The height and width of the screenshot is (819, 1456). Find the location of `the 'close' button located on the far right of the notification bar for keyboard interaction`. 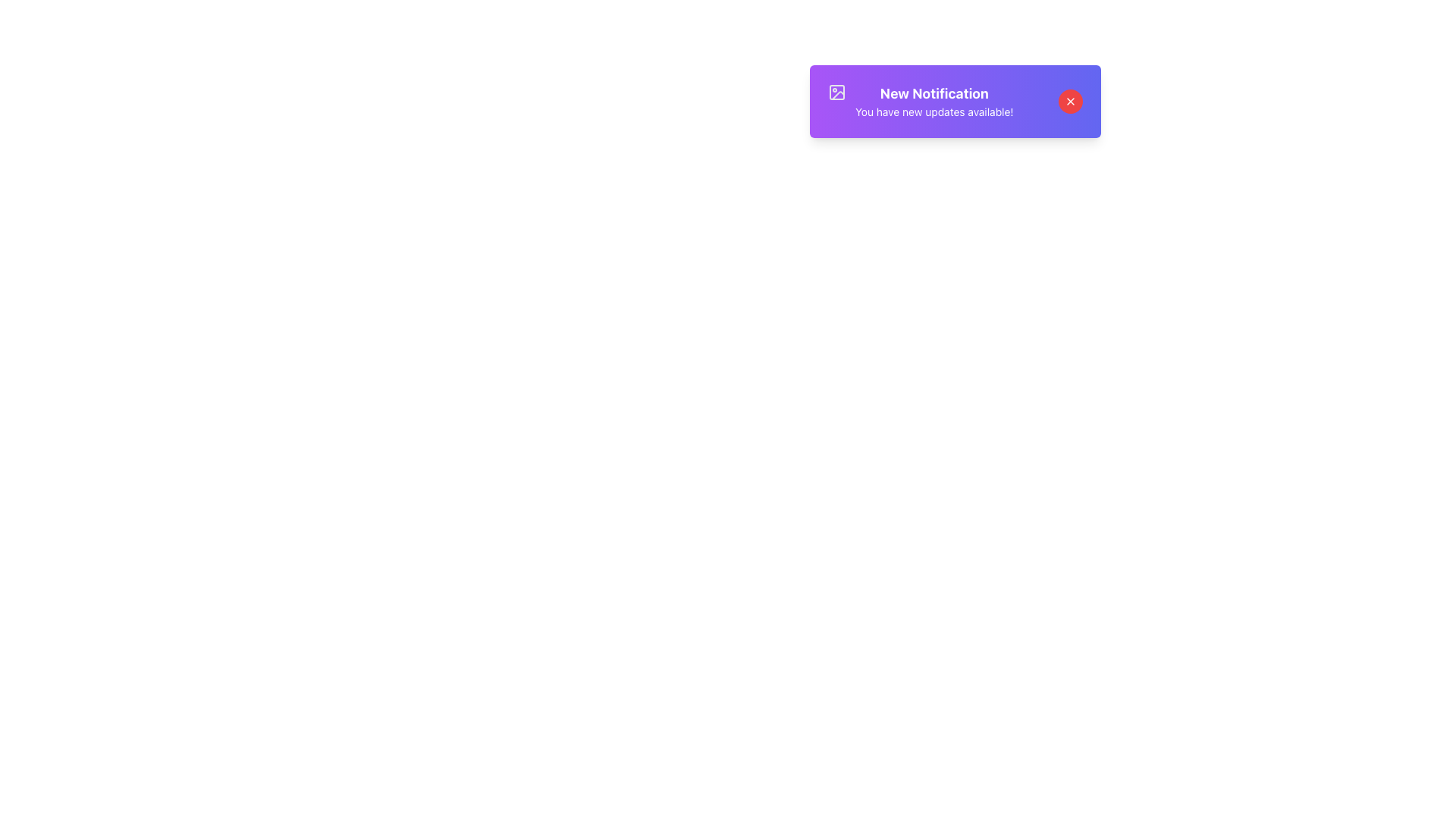

the 'close' button located on the far right of the notification bar for keyboard interaction is located at coordinates (1069, 102).